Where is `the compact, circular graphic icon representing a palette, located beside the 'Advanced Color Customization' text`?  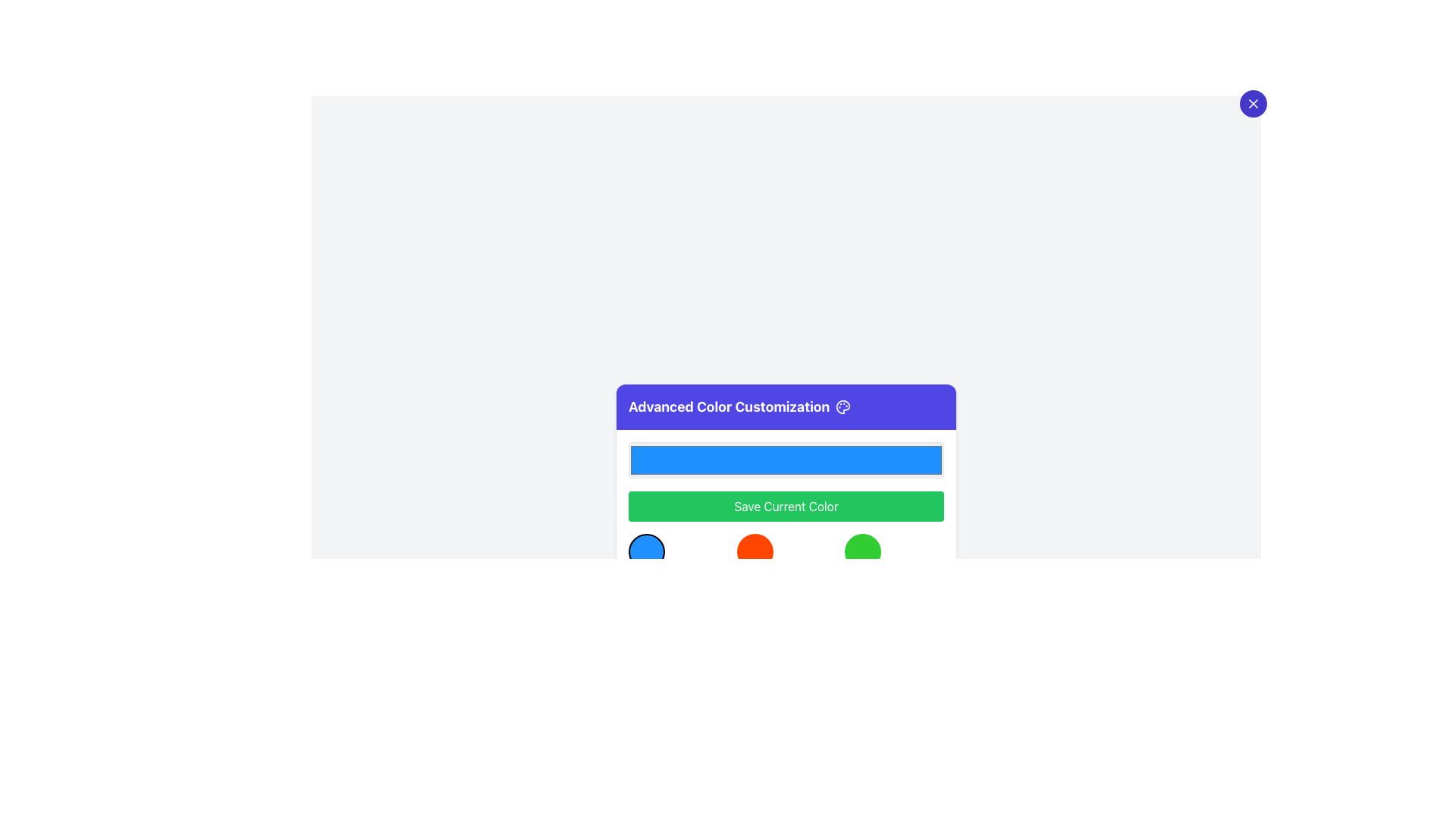
the compact, circular graphic icon representing a palette, located beside the 'Advanced Color Customization' text is located at coordinates (843, 406).